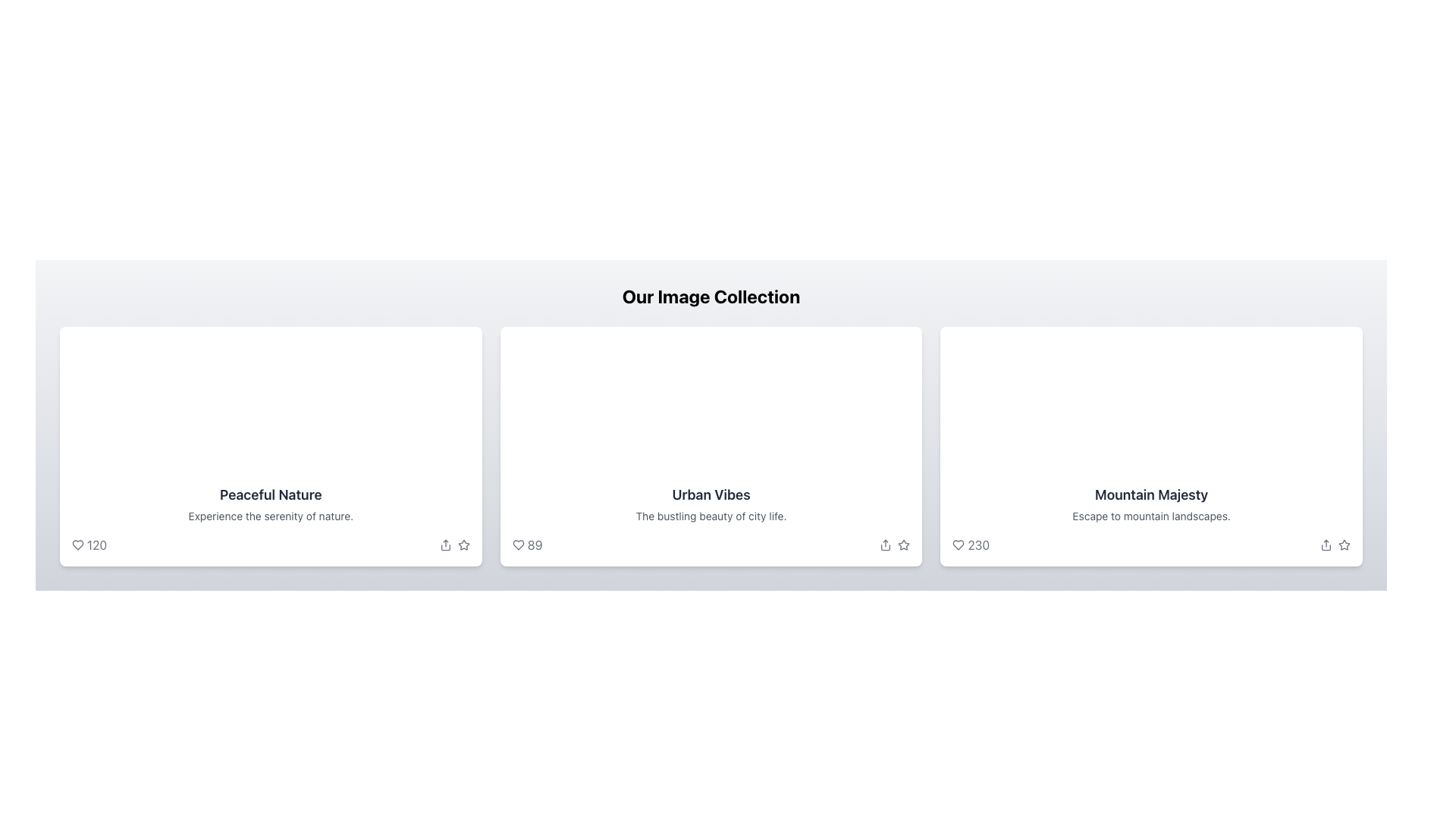  I want to click on the heart-shaped icon button for favoriting the 'Urban Vibes' item, so click(518, 544).